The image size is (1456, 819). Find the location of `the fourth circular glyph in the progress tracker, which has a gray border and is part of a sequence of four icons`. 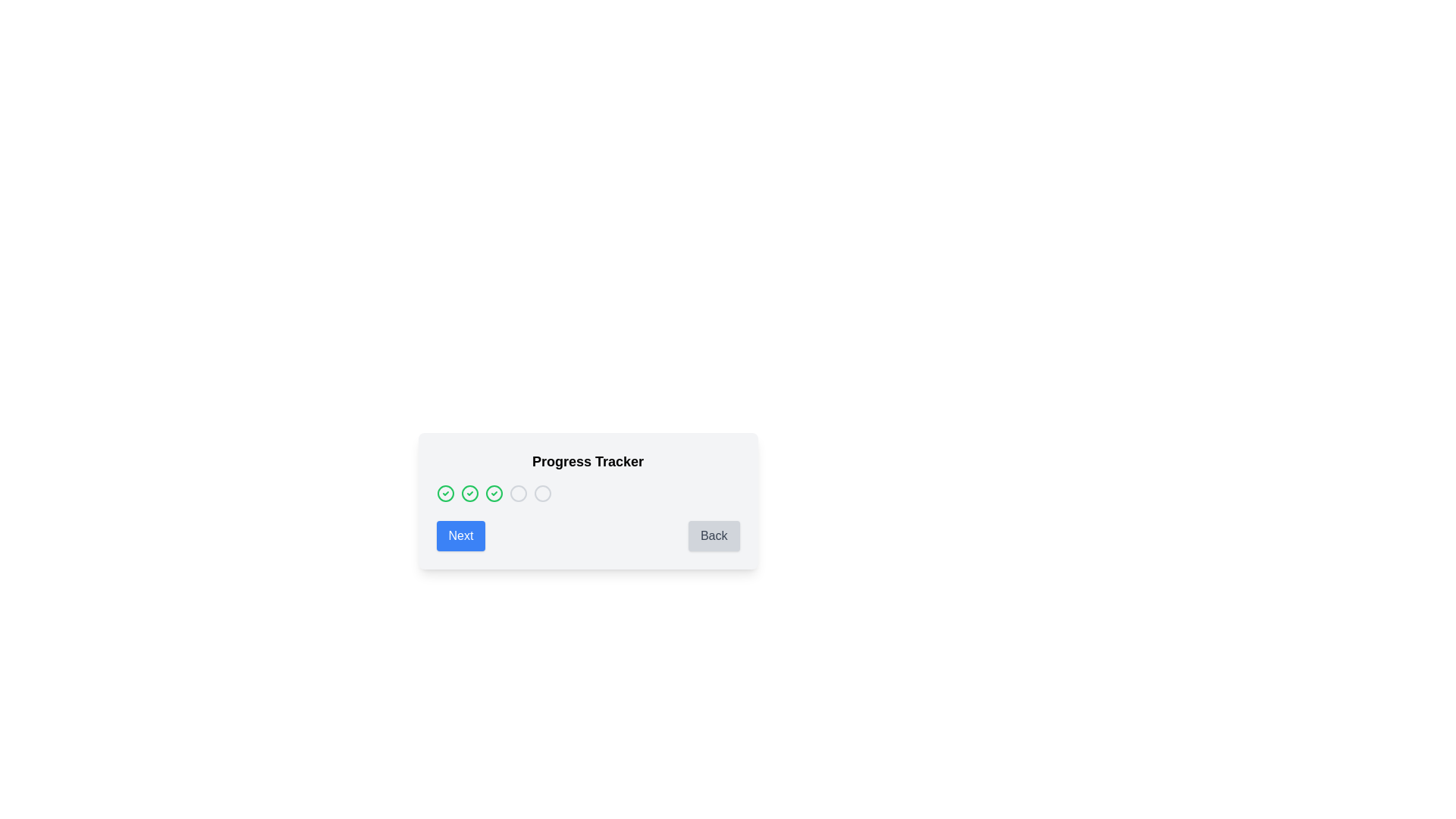

the fourth circular glyph in the progress tracker, which has a gray border and is part of a sequence of four icons is located at coordinates (518, 494).